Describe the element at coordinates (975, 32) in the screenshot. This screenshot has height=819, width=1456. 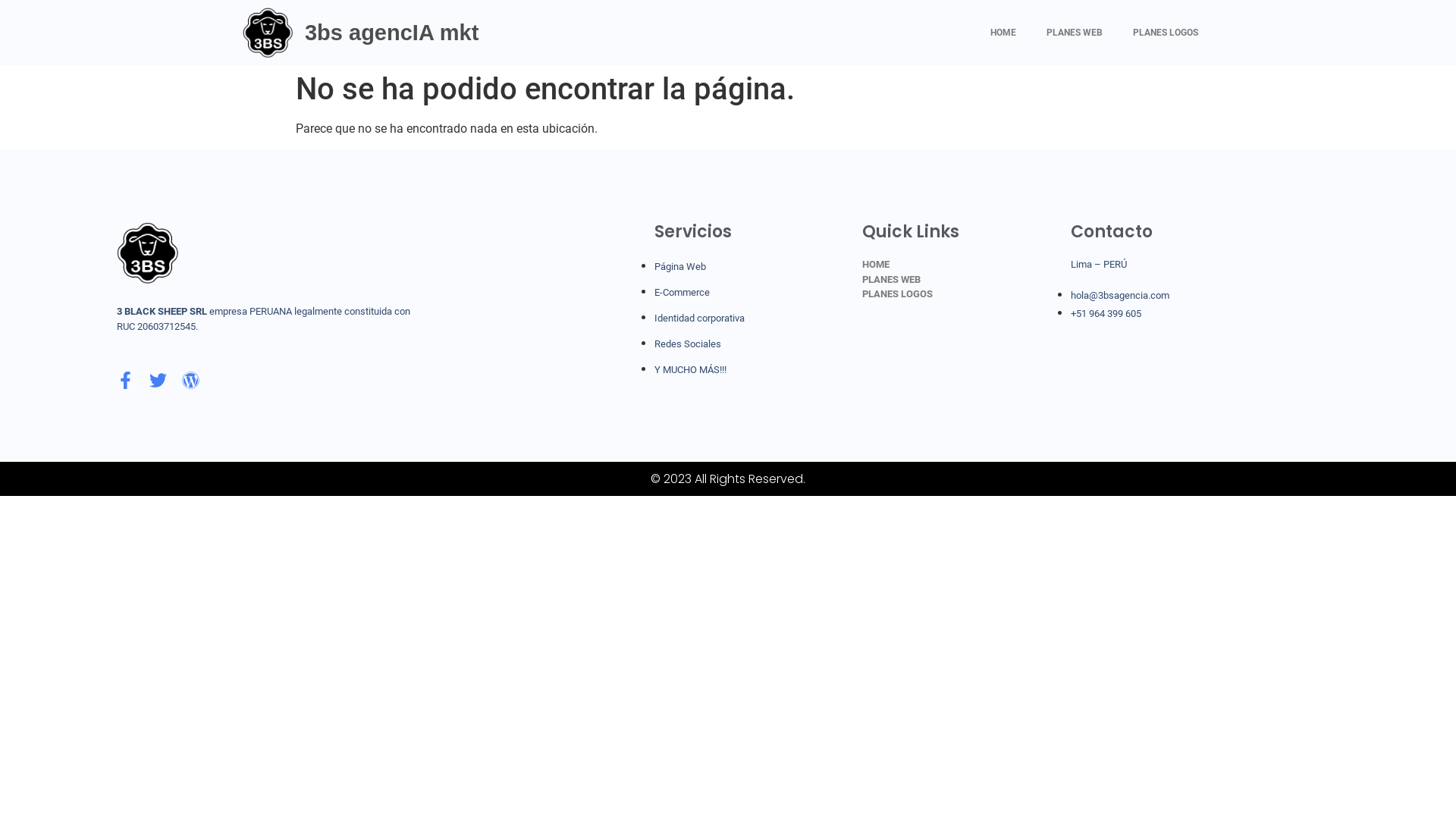
I see `'HOME'` at that location.